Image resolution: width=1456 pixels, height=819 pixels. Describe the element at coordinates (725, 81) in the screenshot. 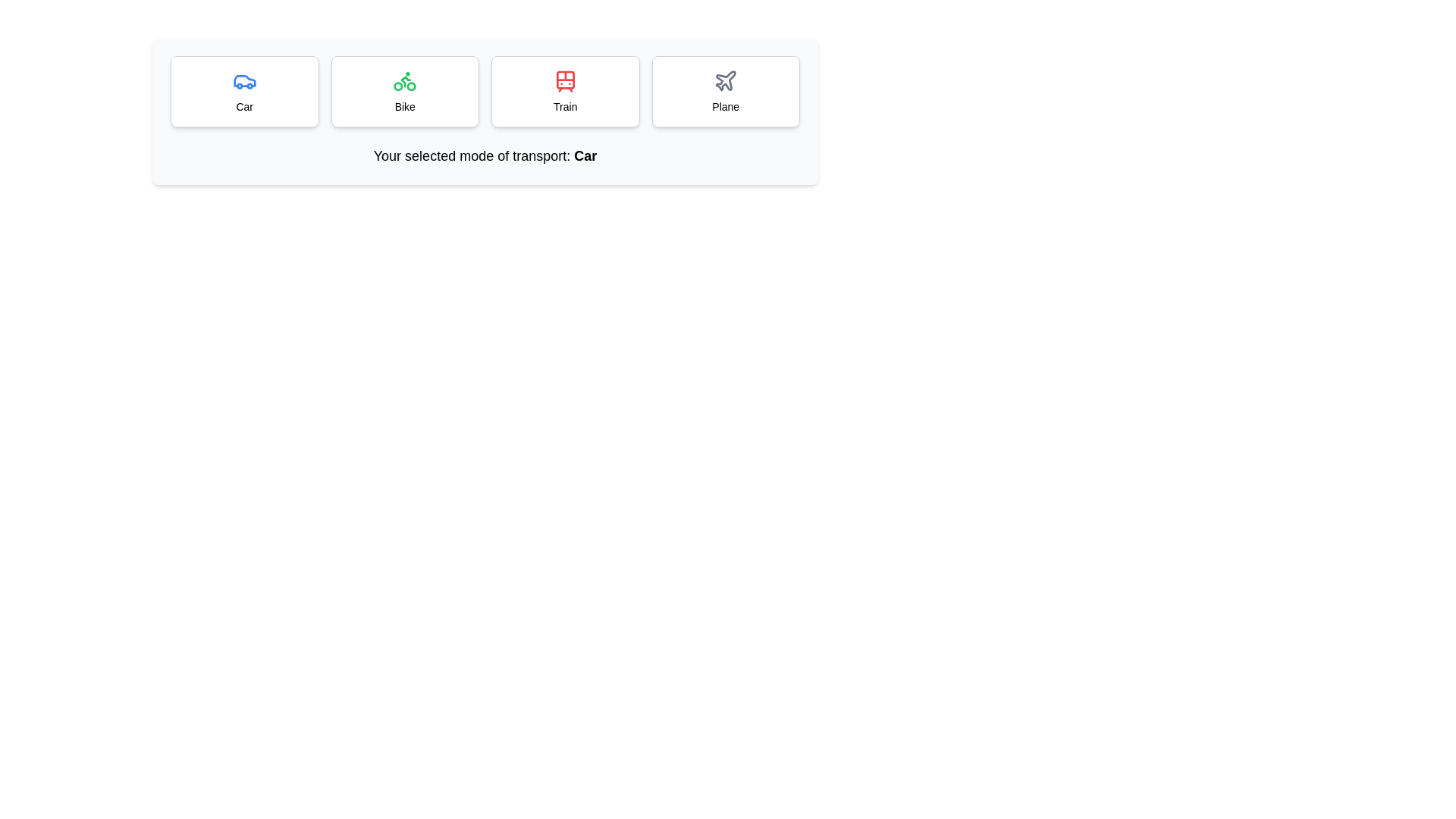

I see `the airplane icon, which is part of a button group and is located above the label 'Plane'` at that location.